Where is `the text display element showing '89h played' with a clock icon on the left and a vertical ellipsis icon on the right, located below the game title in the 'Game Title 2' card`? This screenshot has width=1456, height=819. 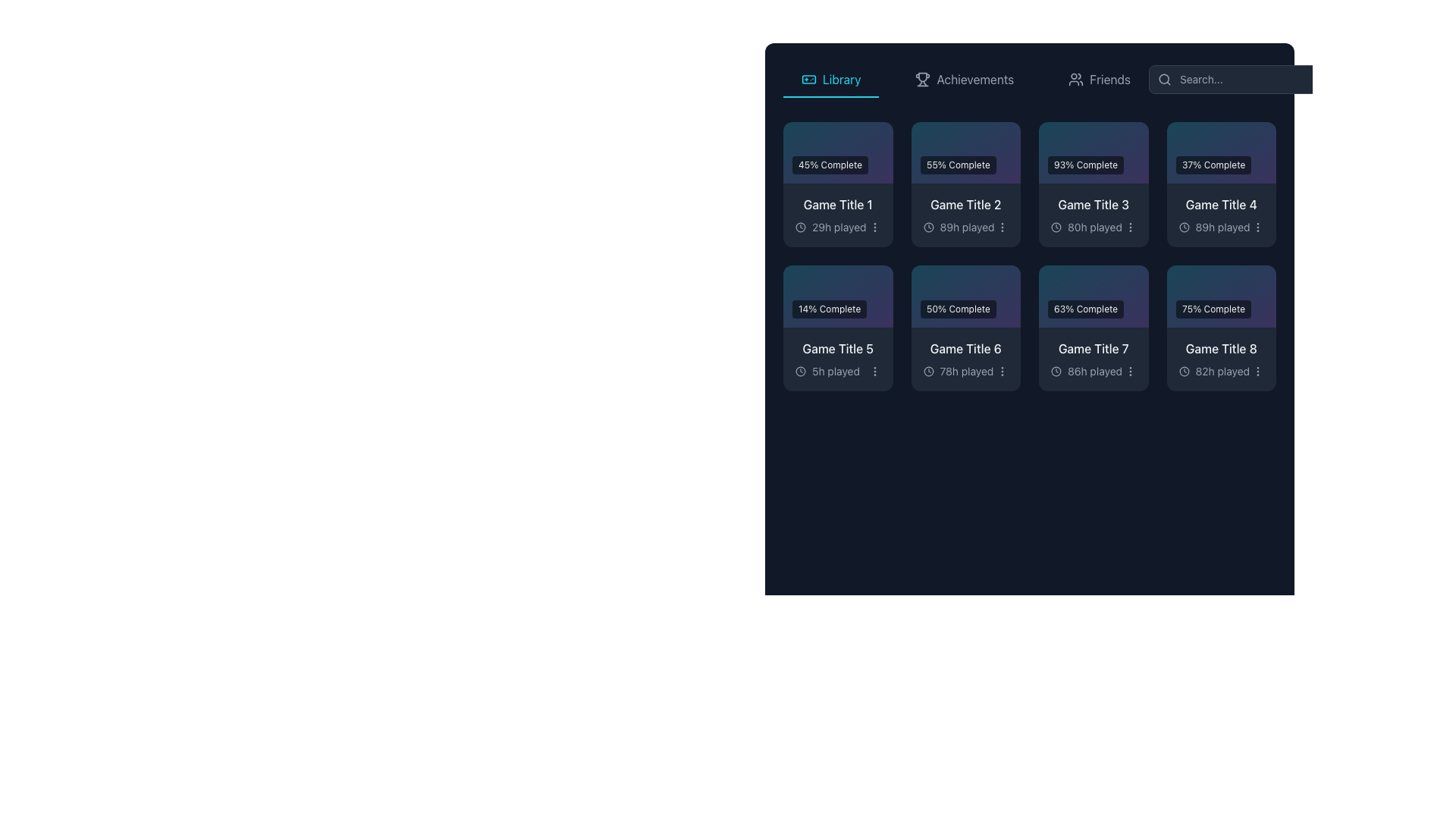 the text display element showing '89h played' with a clock icon on the left and a vertical ellipsis icon on the right, located below the game title in the 'Game Title 2' card is located at coordinates (965, 227).